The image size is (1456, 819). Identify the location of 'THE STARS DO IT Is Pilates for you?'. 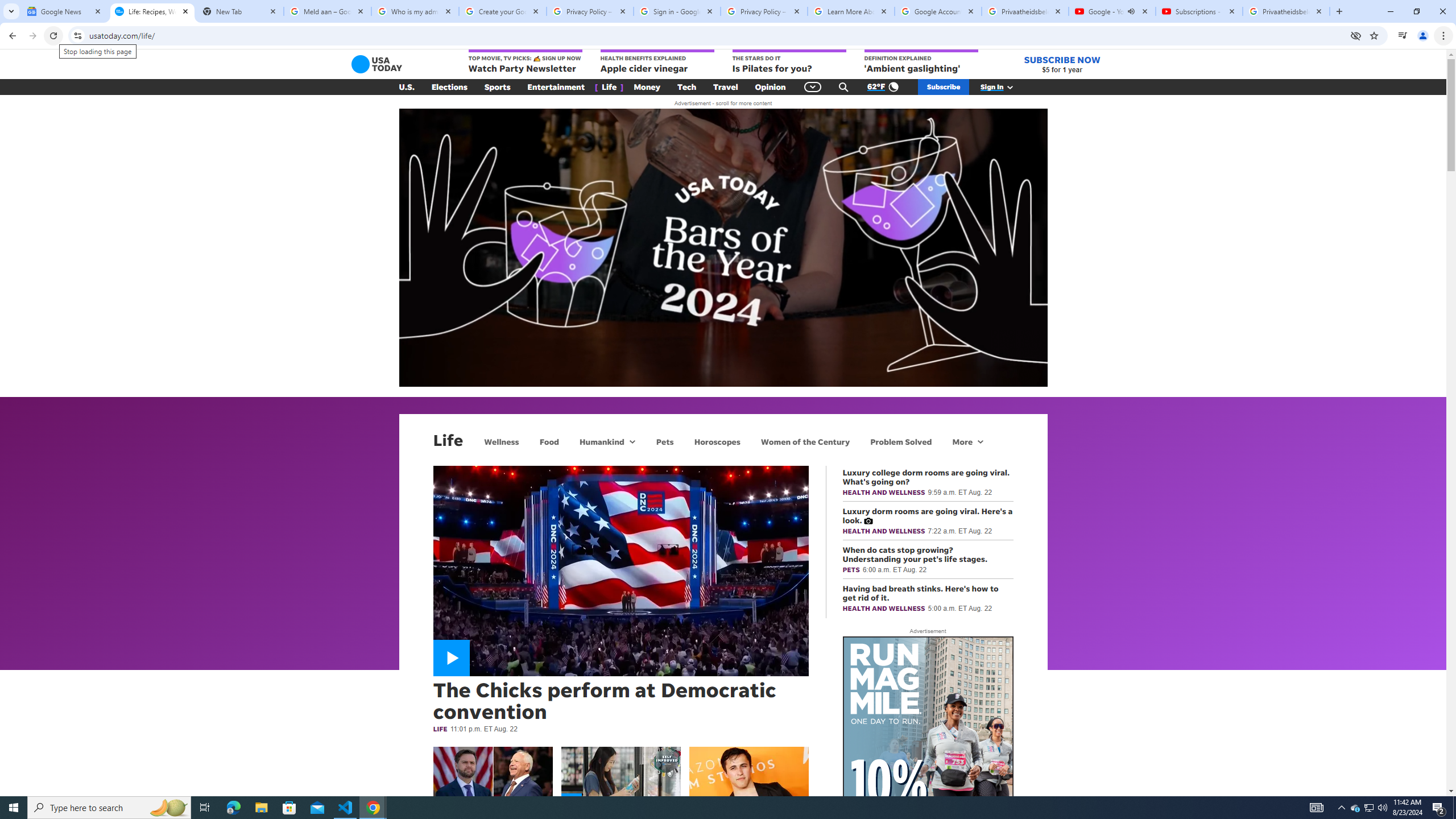
(788, 61).